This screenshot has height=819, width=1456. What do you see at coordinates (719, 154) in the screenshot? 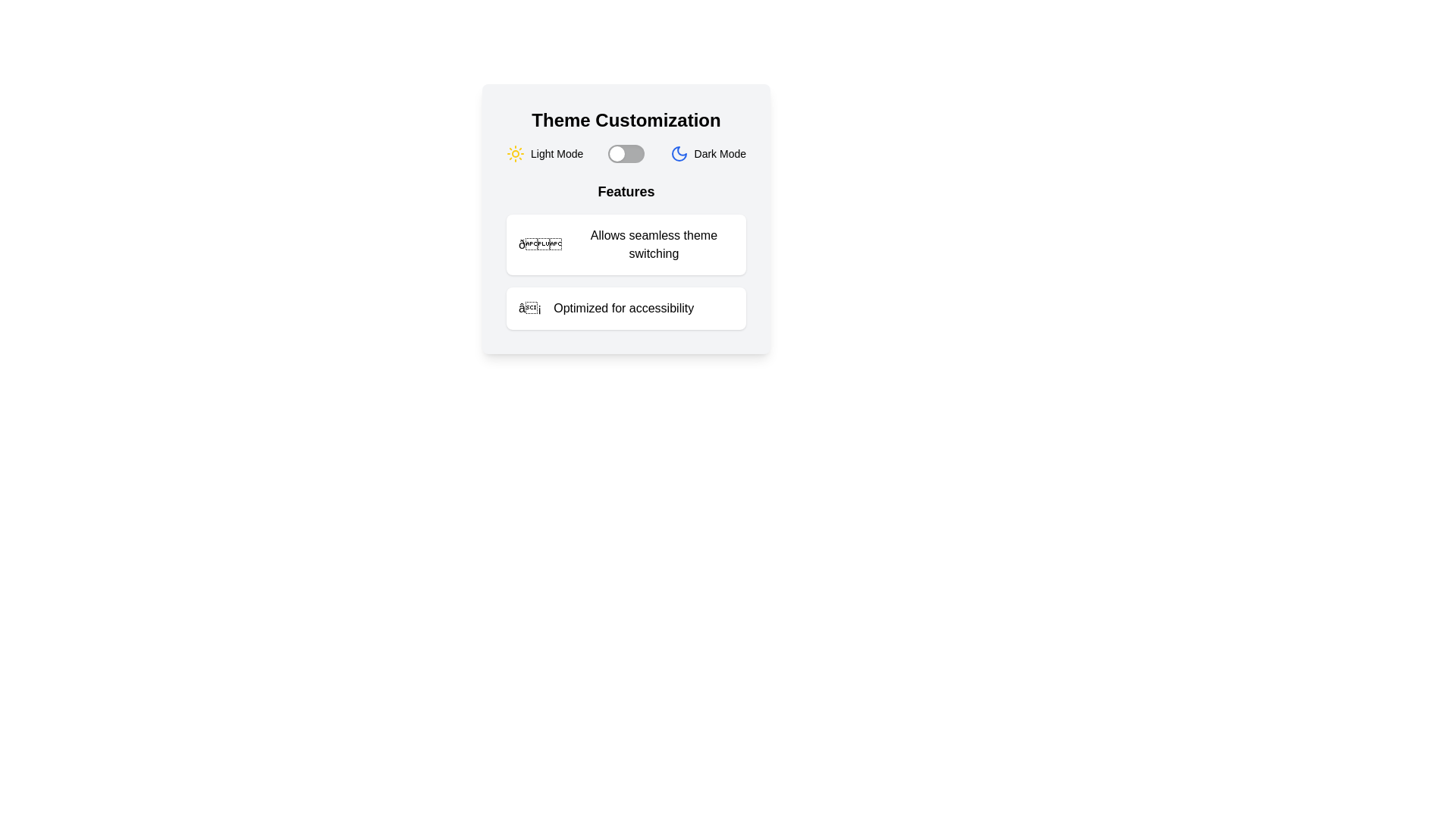
I see `the text label that reads 'Dark Mode', which is positioned next to the moon icon in the Theme Customization section` at bounding box center [719, 154].